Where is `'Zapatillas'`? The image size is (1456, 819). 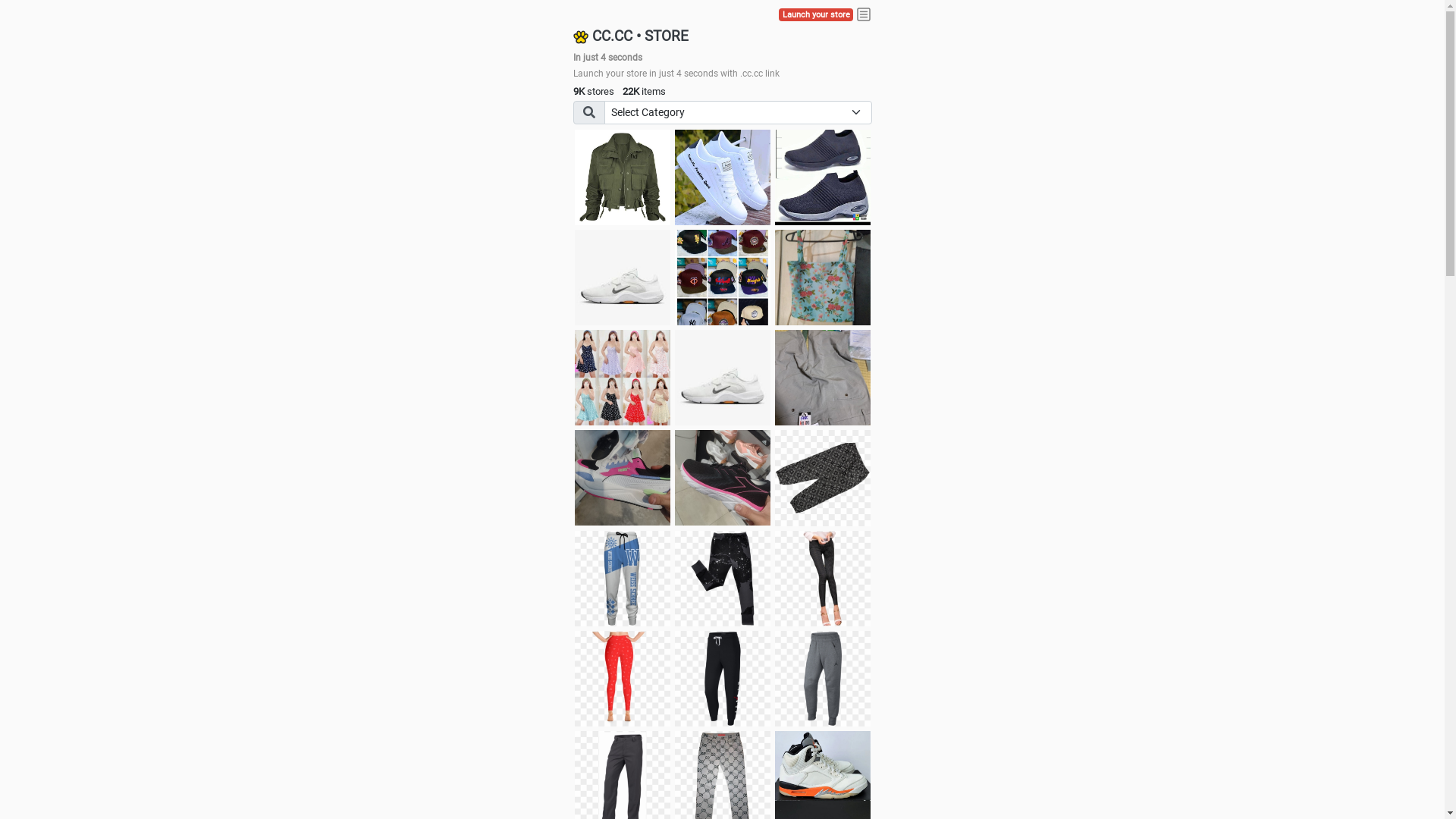
'Zapatillas' is located at coordinates (722, 476).